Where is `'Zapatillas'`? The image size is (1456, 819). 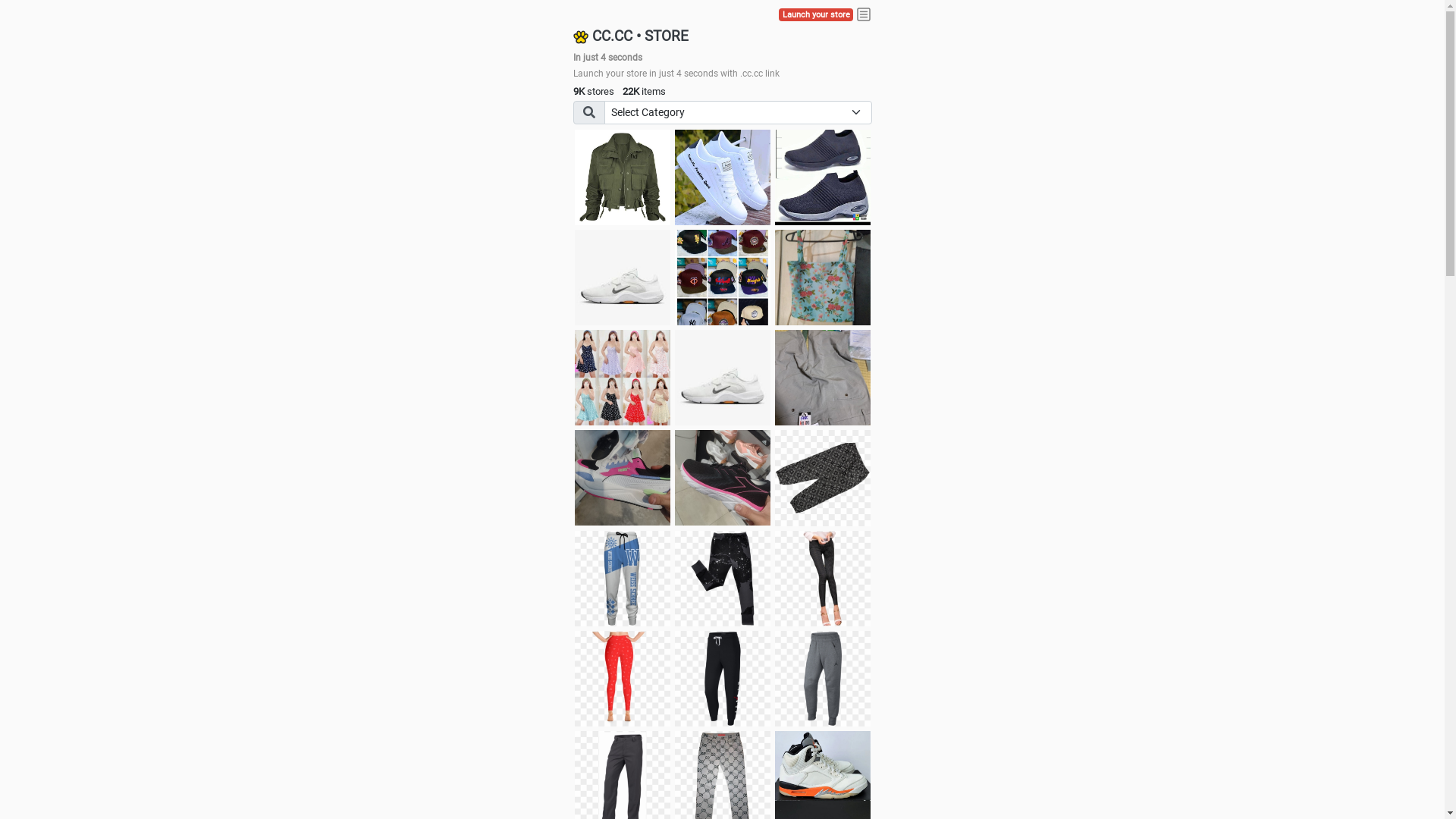
'Zapatillas' is located at coordinates (722, 476).